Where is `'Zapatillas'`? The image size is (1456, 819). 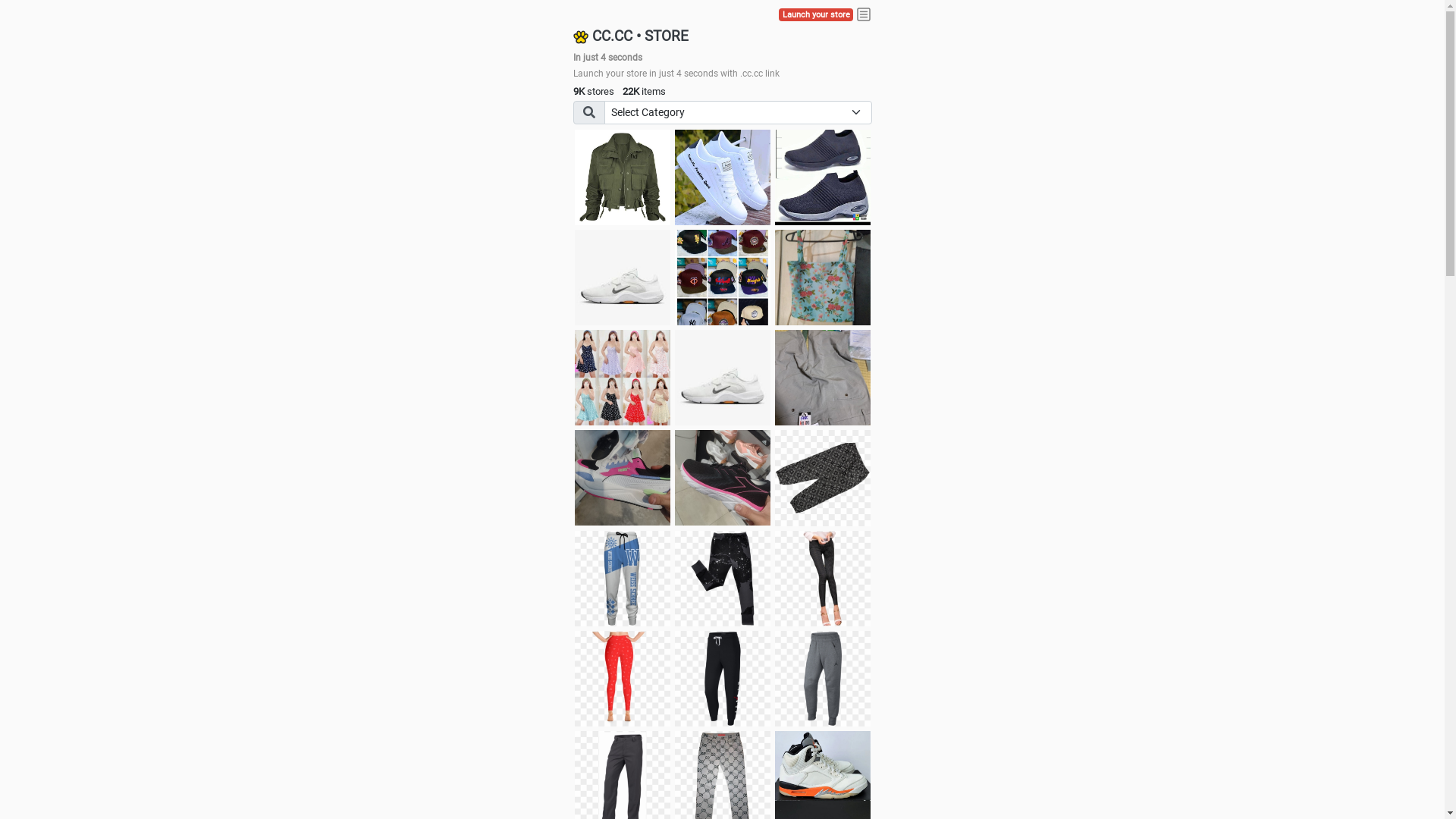
'Zapatillas' is located at coordinates (722, 476).